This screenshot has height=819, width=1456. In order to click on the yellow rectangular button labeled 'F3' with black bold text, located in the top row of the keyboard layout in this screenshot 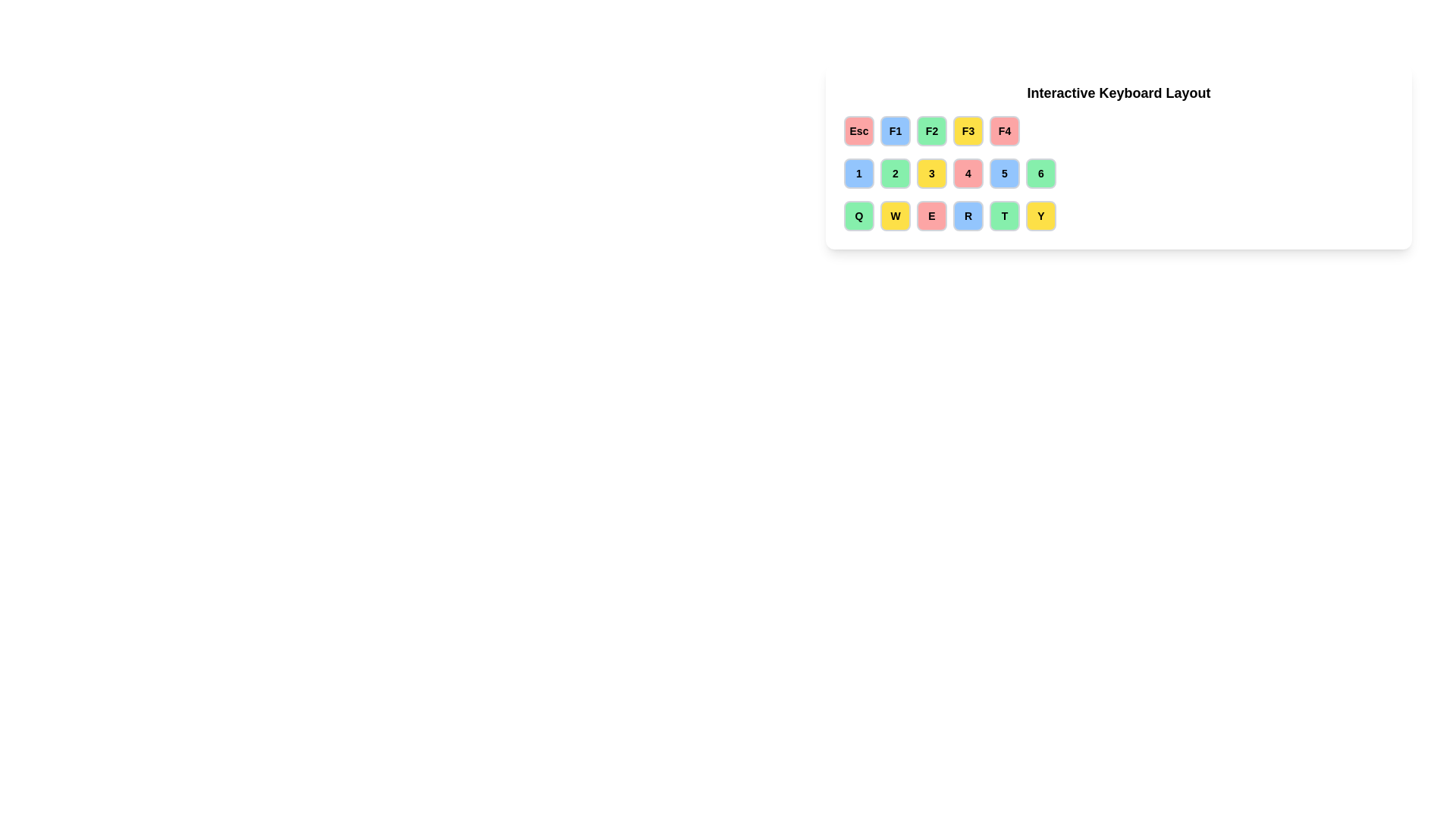, I will do `click(967, 130)`.